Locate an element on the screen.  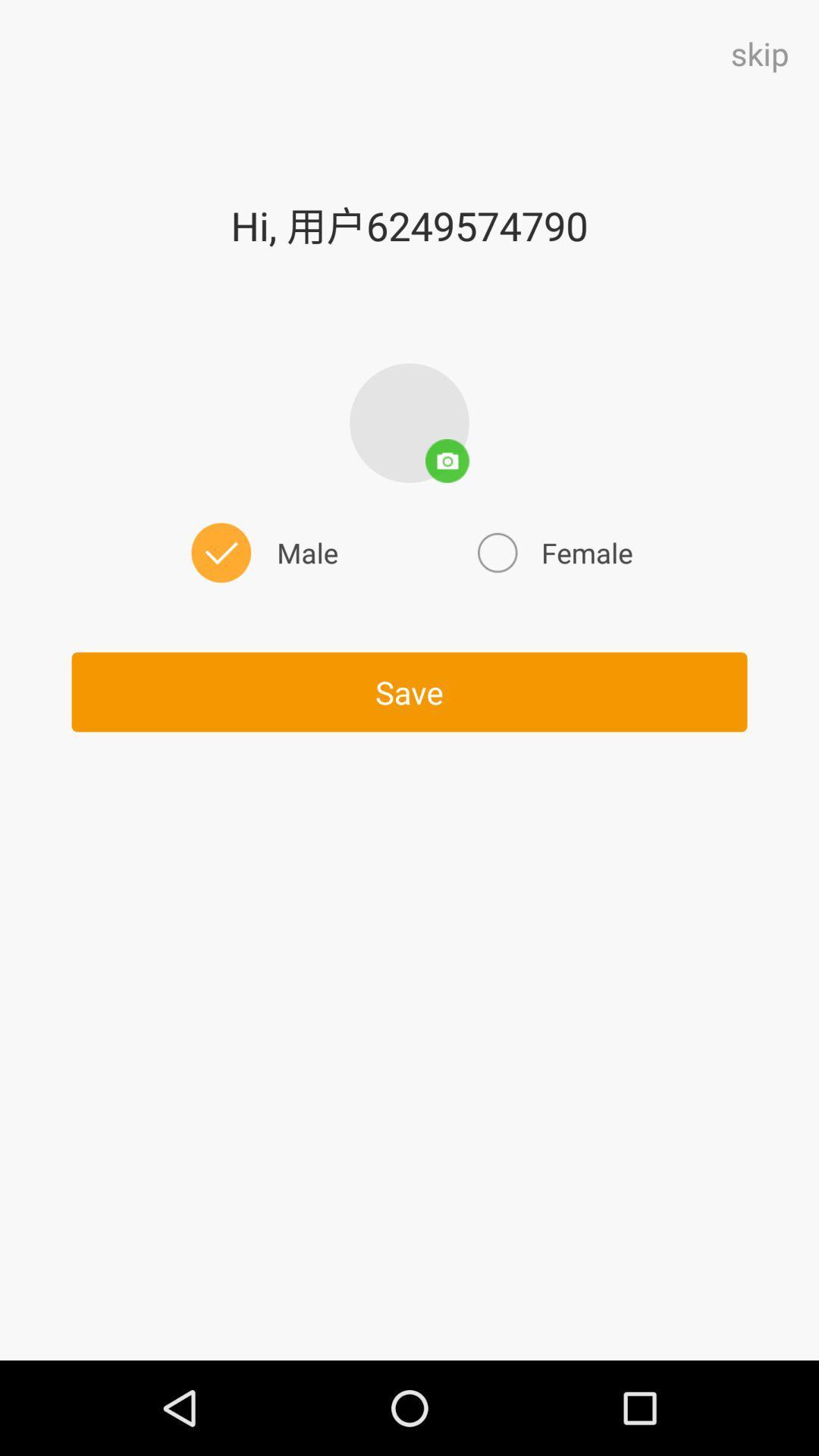
the skip item is located at coordinates (760, 53).